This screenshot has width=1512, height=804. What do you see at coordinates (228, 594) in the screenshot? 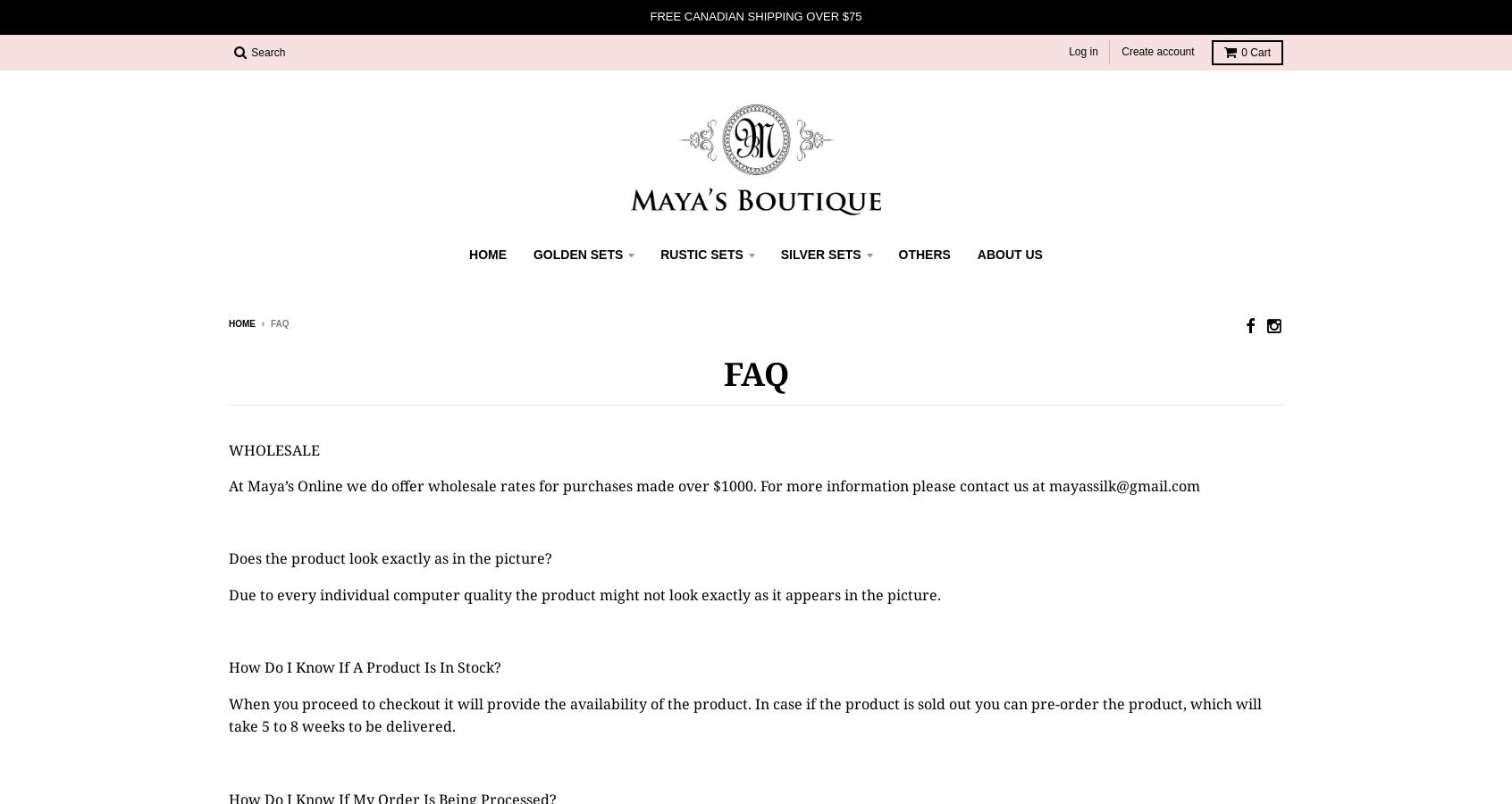
I see `'Due to every individual computer quality the product might not look exactly as it appears in the picture.'` at bounding box center [228, 594].